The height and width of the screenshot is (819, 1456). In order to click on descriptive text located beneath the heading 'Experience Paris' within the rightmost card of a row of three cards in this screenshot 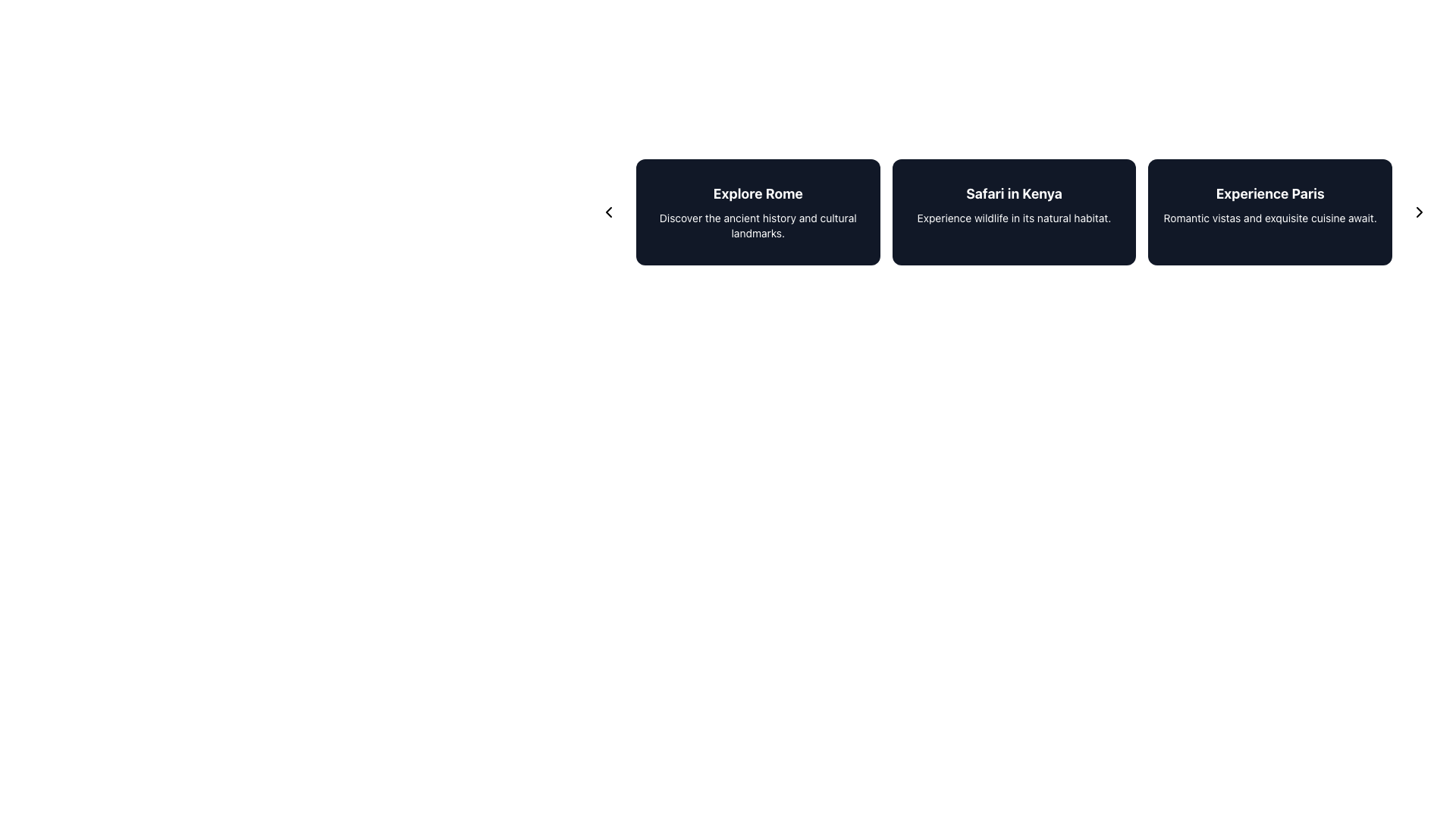, I will do `click(1270, 218)`.